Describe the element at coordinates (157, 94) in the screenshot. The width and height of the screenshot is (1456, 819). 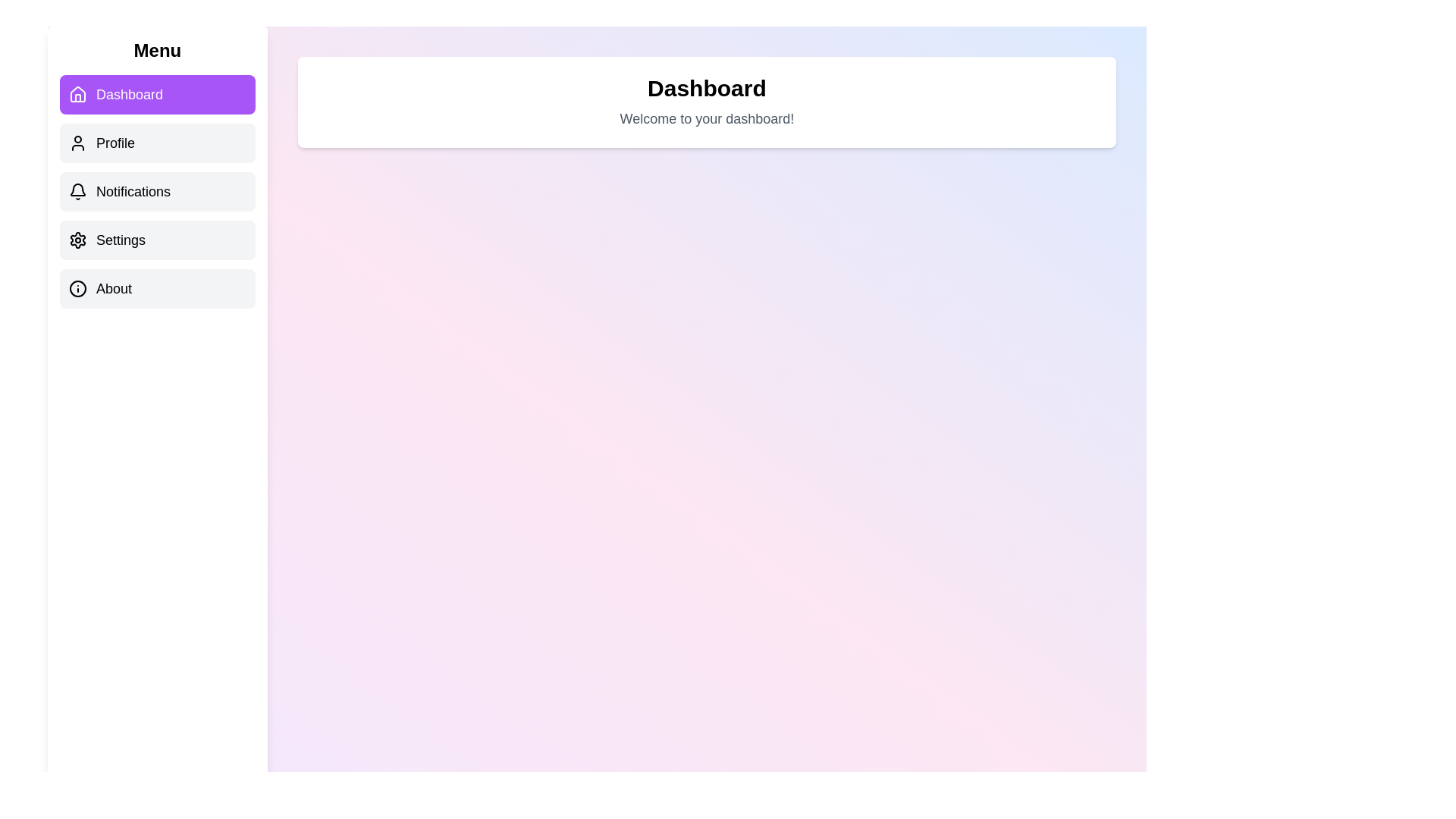
I see `the menu item Dashboard to observe its hover effect` at that location.